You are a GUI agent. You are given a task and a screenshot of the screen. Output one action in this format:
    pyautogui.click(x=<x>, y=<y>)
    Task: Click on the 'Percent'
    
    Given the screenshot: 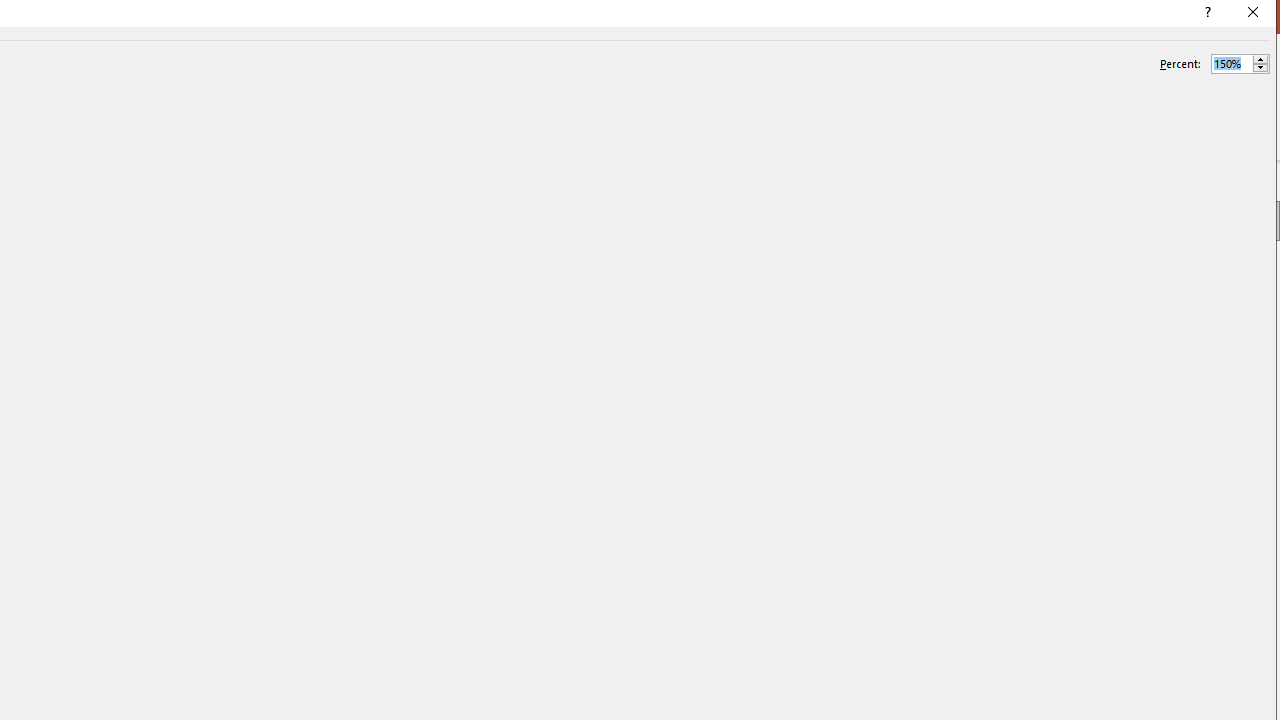 What is the action you would take?
    pyautogui.click(x=1239, y=63)
    